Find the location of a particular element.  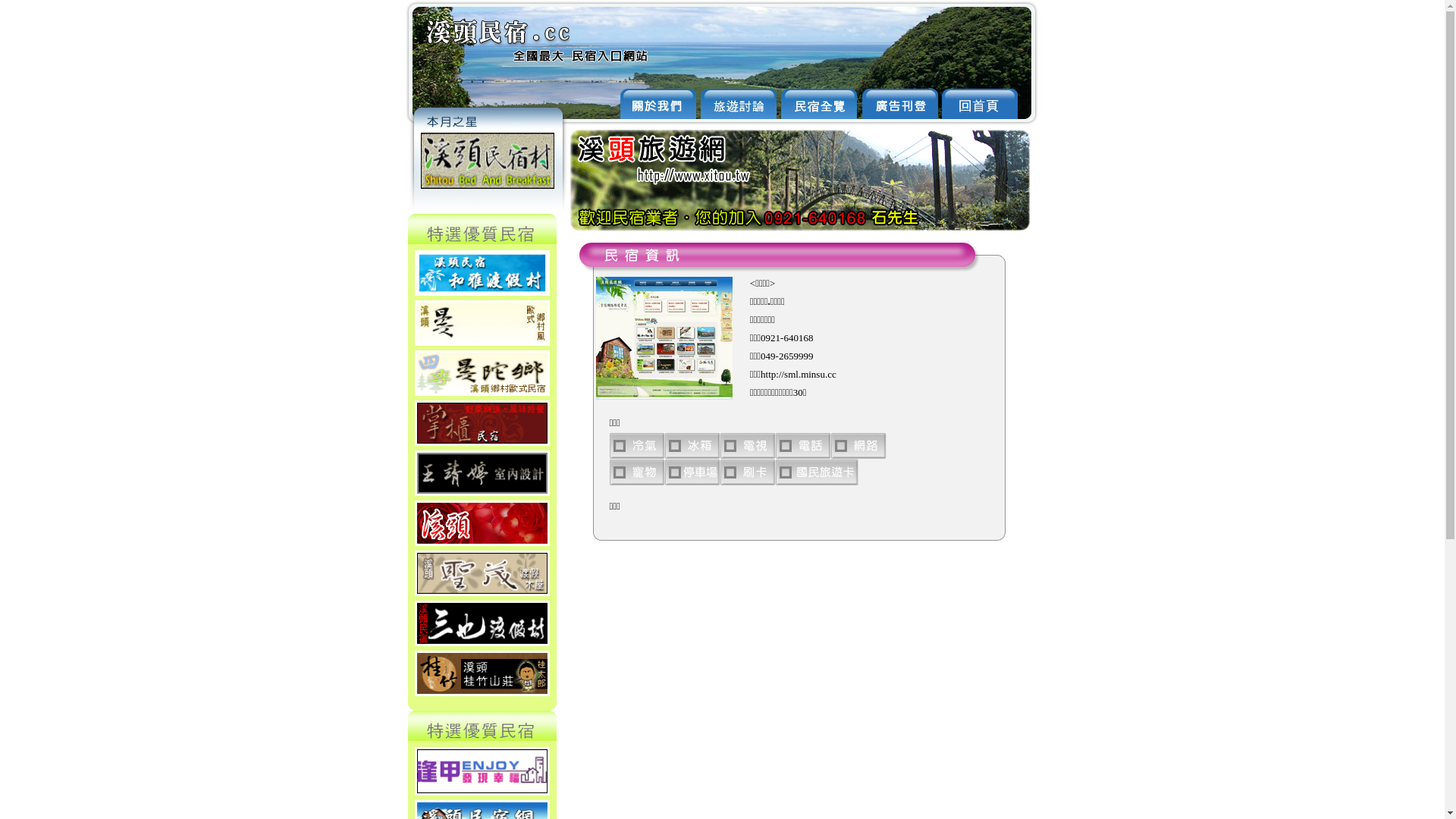

'http://sml.minsu.cc' is located at coordinates (761, 374).